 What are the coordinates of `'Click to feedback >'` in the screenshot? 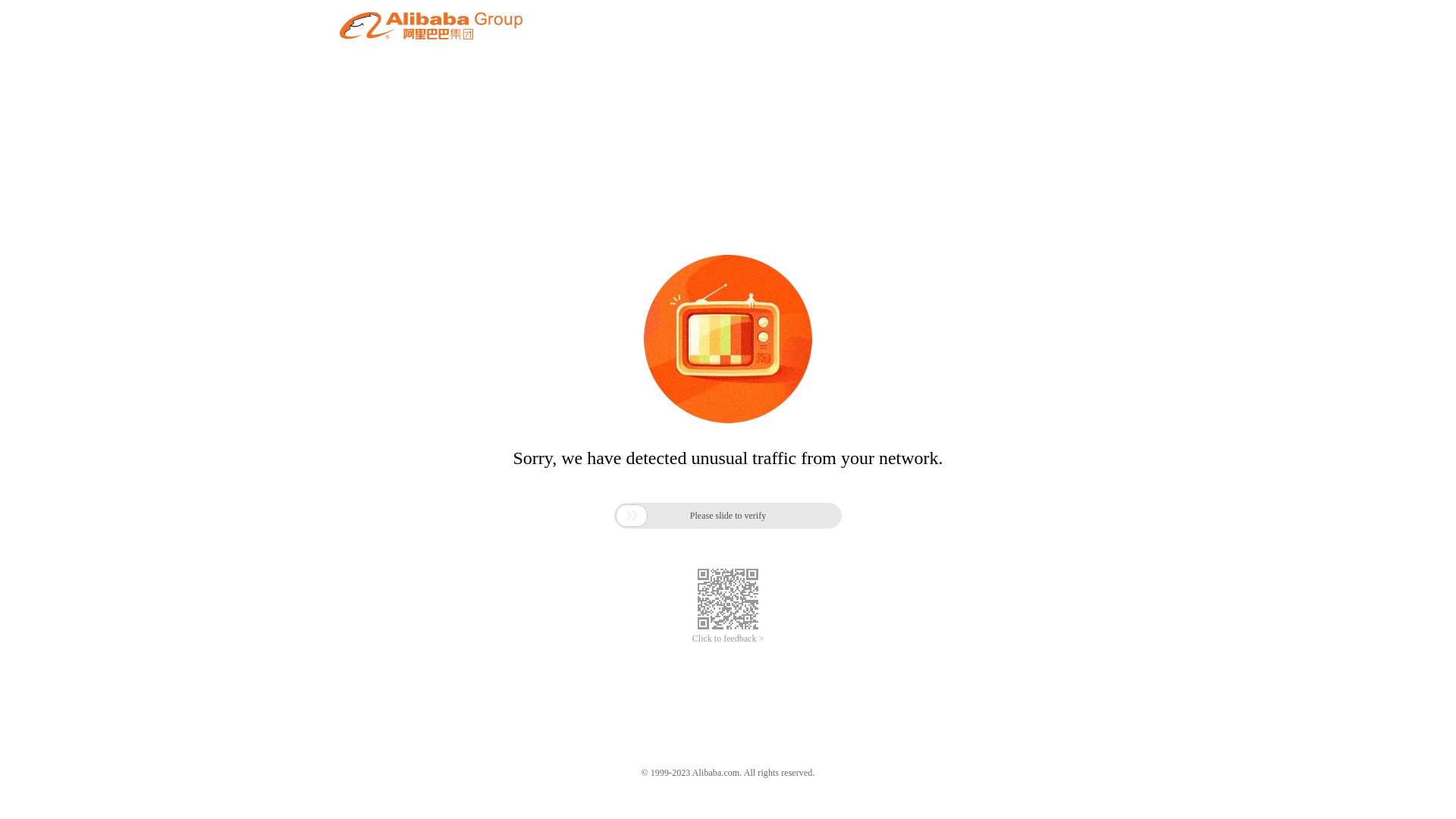 It's located at (728, 639).